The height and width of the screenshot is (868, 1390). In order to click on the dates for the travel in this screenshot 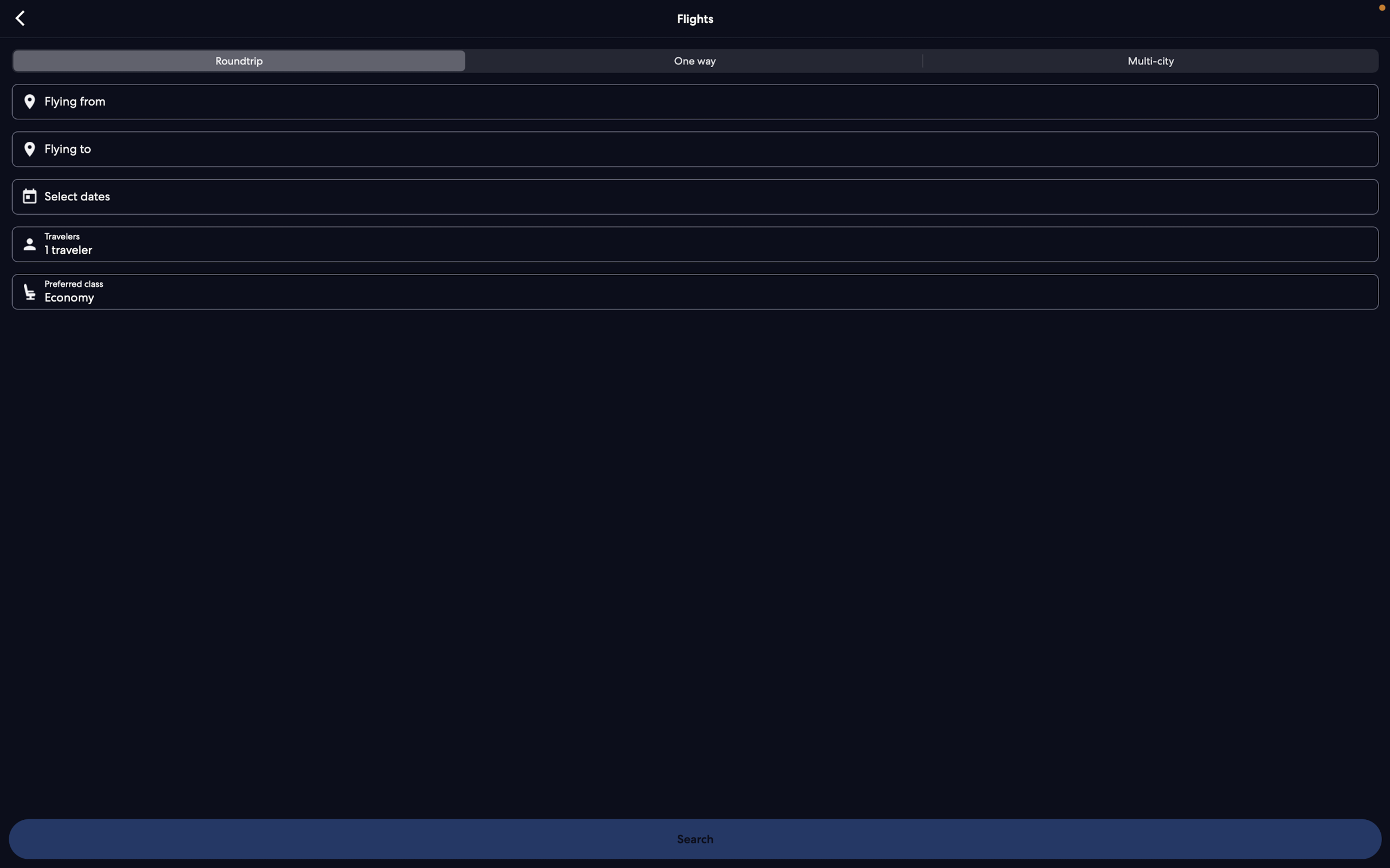, I will do `click(699, 195)`.